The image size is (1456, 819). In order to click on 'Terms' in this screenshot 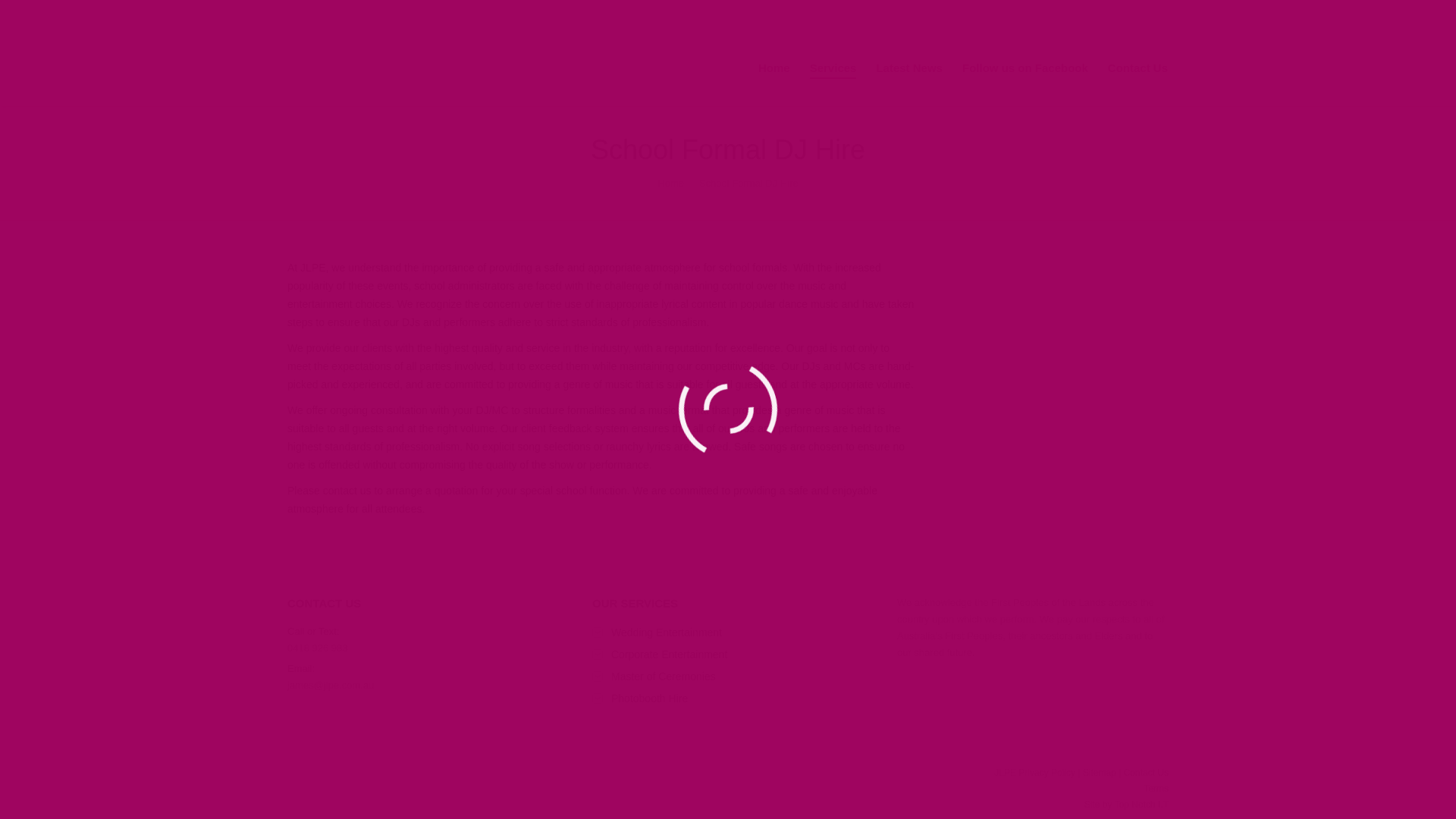, I will do `click(1155, 788)`.